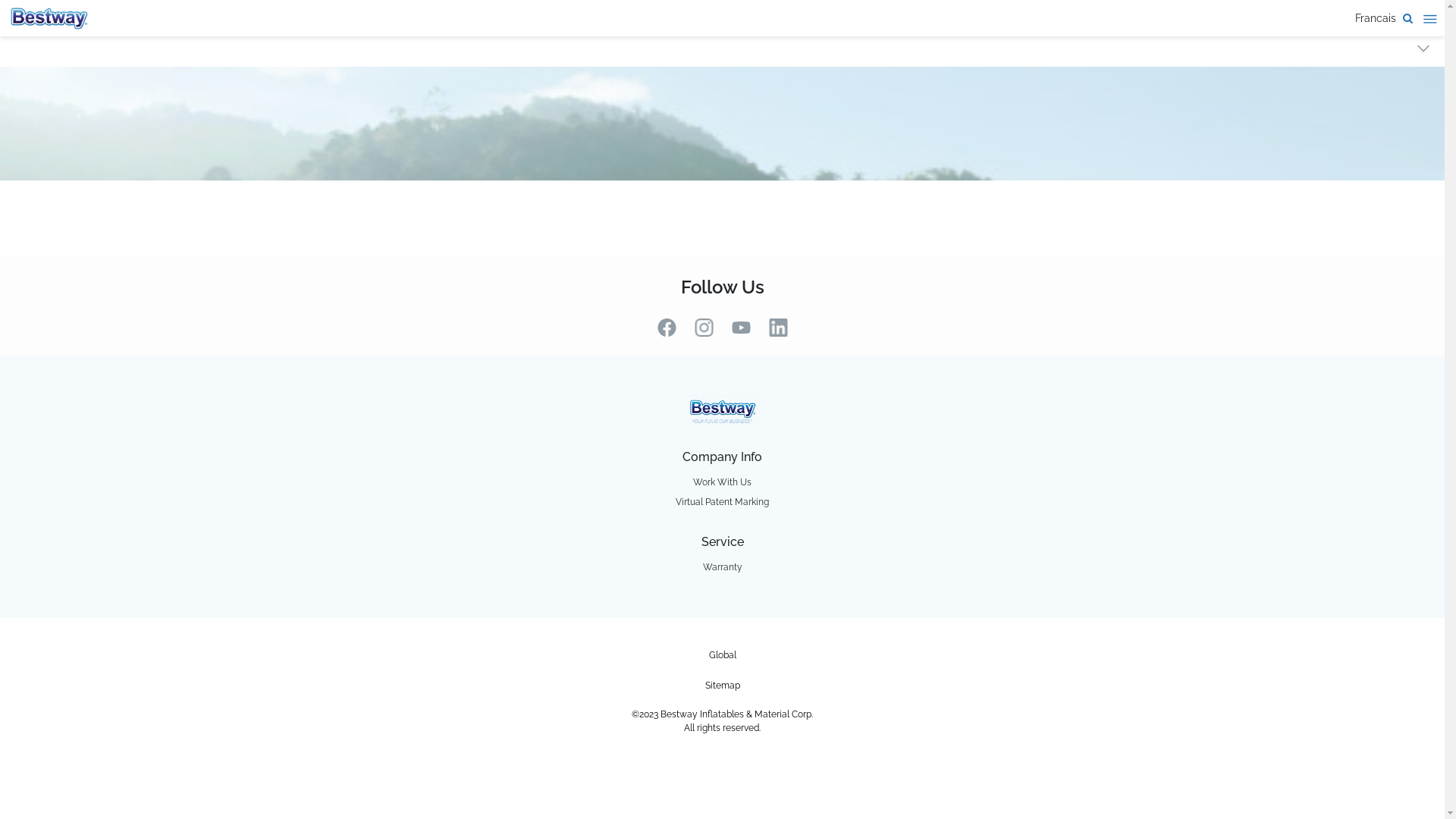 The height and width of the screenshot is (819, 1456). What do you see at coordinates (1376, 17) in the screenshot?
I see `'Francais'` at bounding box center [1376, 17].